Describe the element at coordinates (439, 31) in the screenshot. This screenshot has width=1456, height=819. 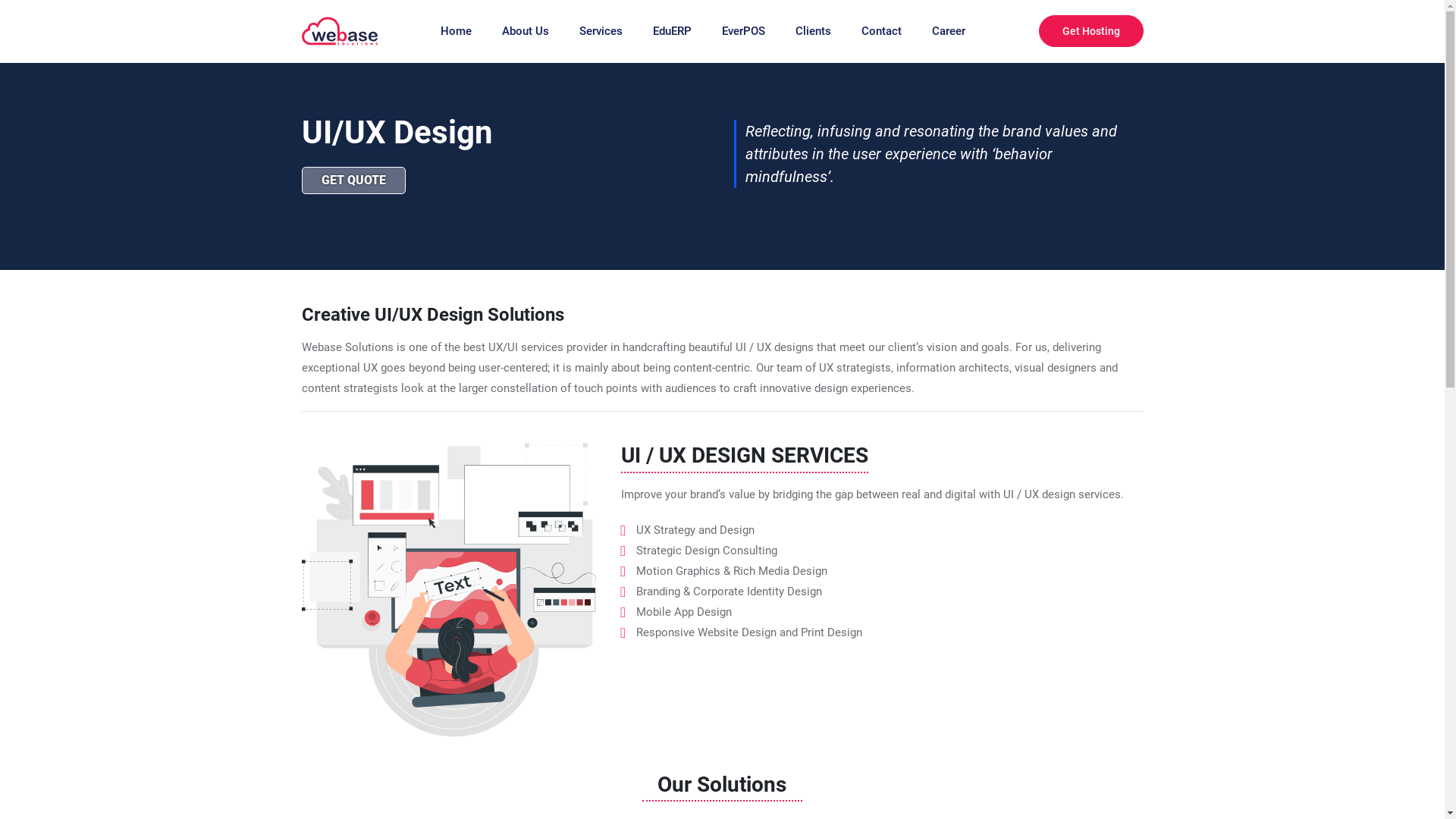
I see `'Home'` at that location.